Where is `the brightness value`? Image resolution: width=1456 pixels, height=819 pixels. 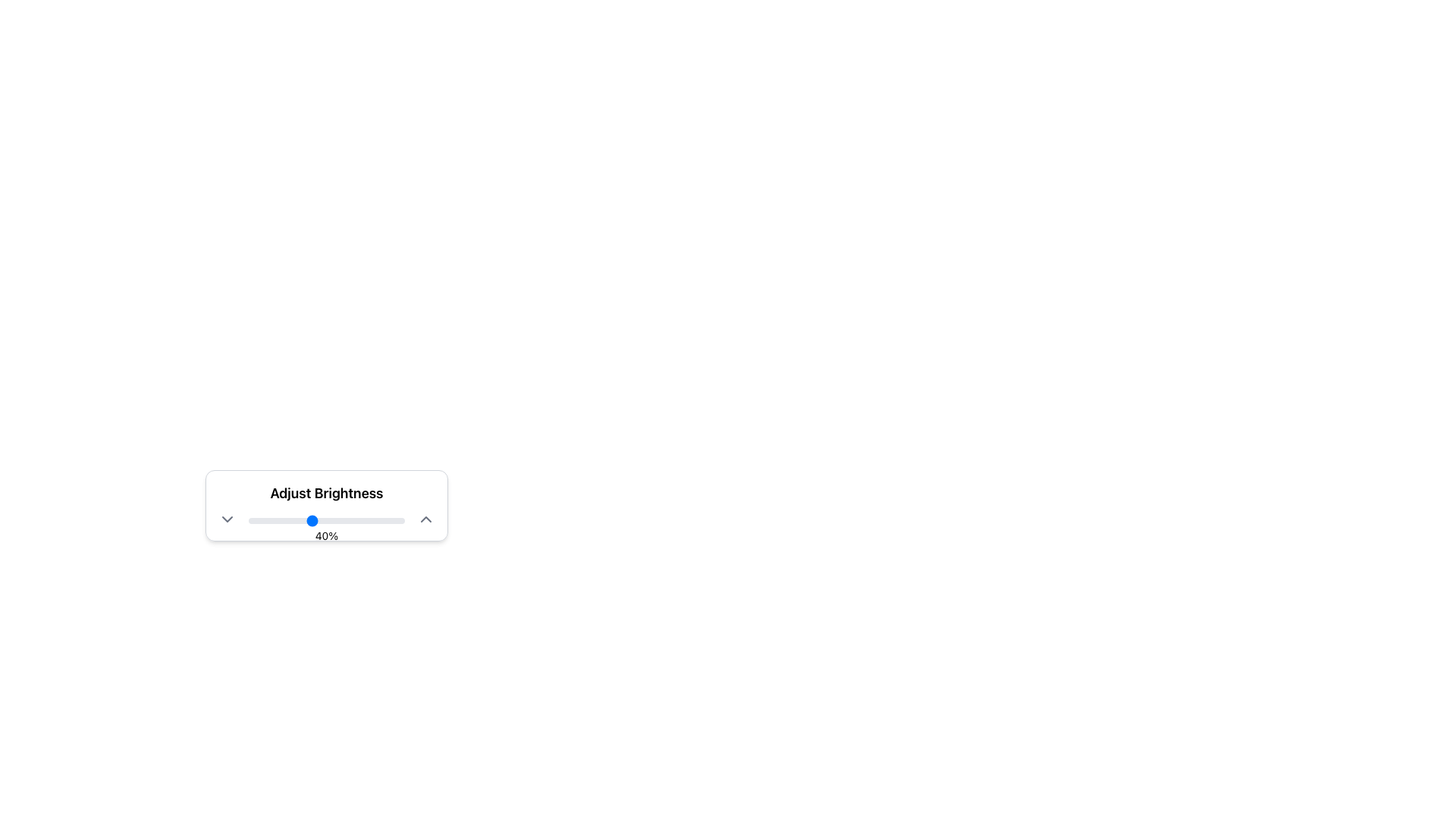 the brightness value is located at coordinates (384, 519).